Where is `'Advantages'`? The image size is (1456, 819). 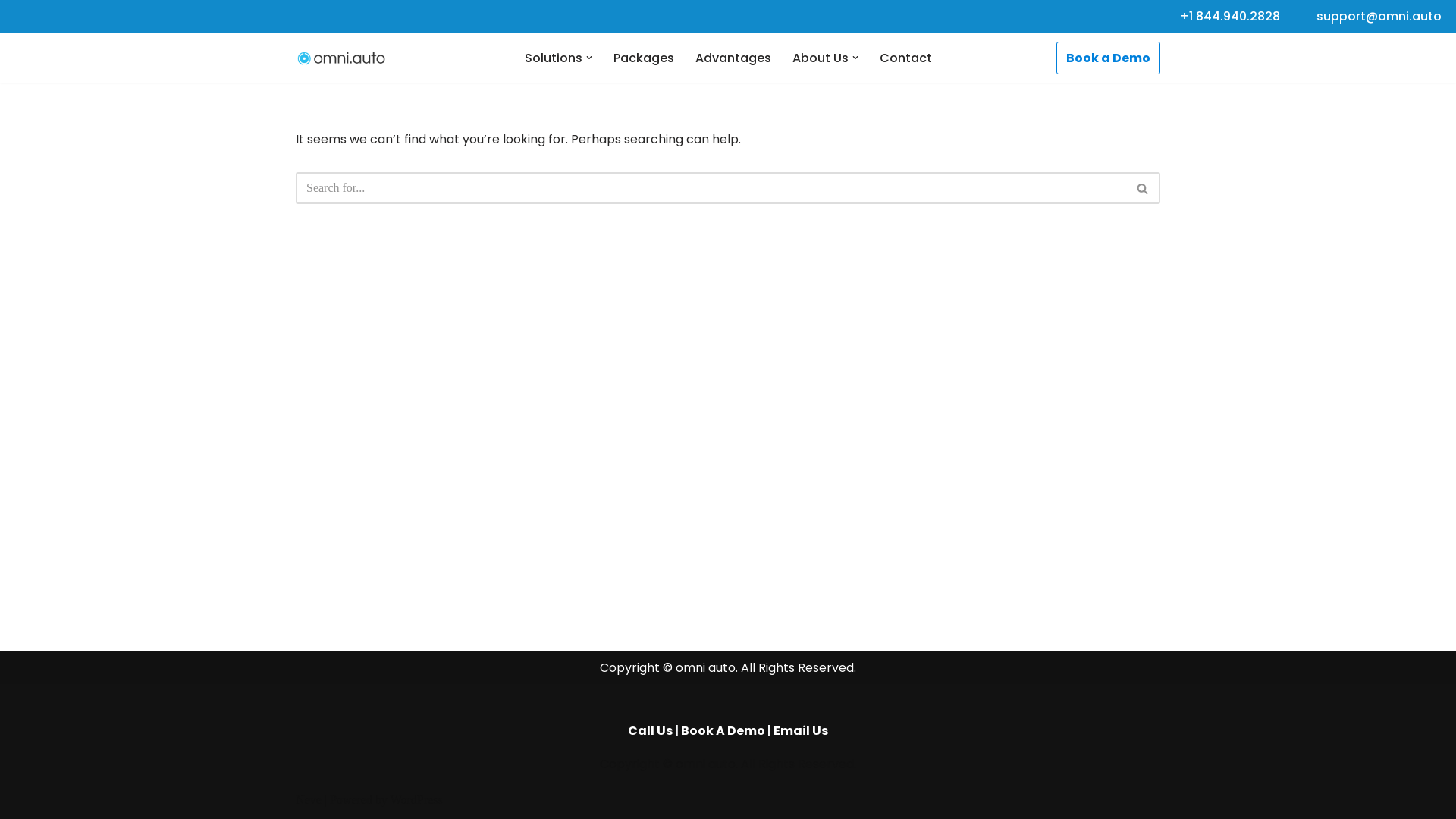
'Advantages' is located at coordinates (694, 57).